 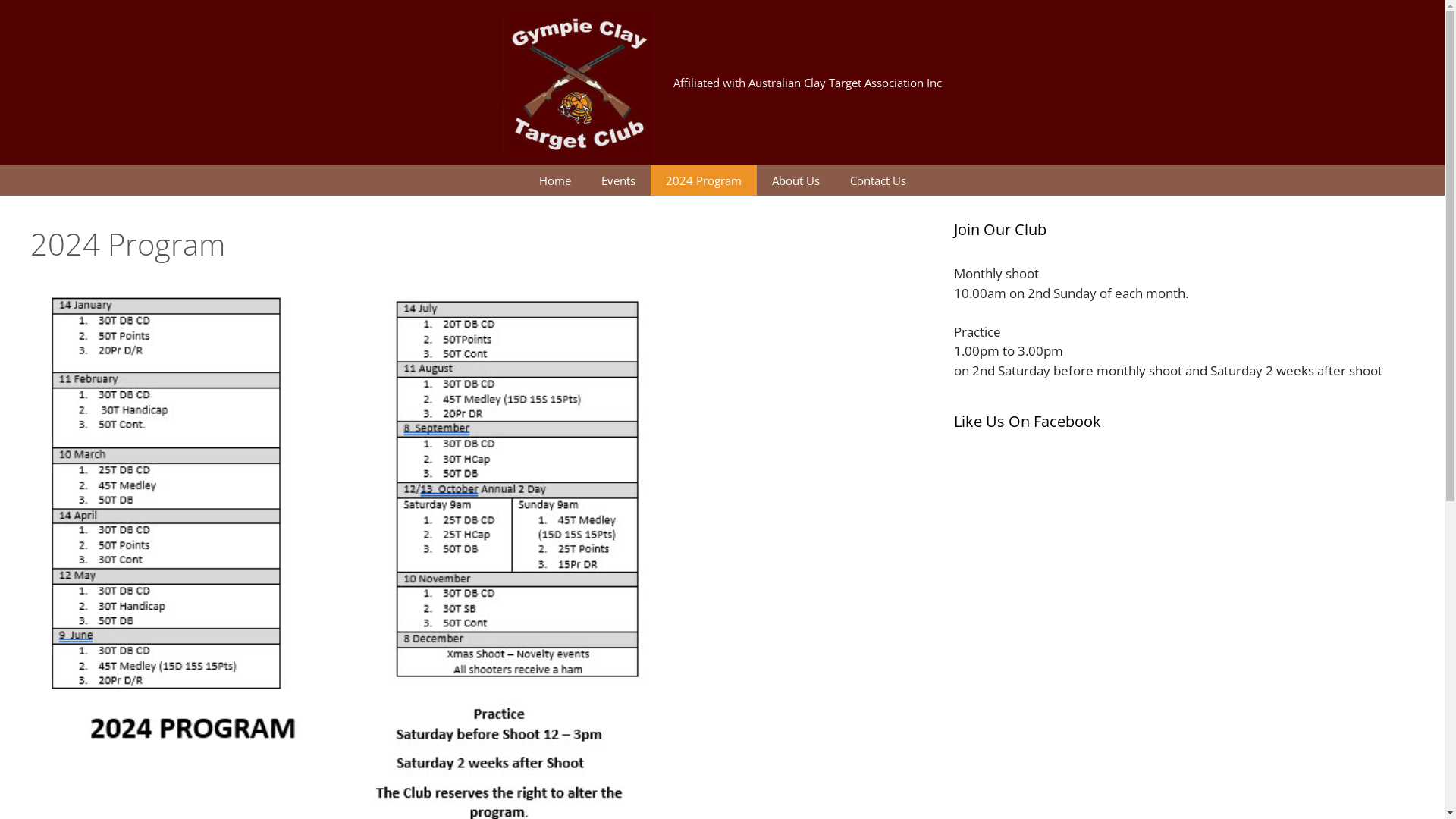 I want to click on 'Contact Us', so click(x=833, y=180).